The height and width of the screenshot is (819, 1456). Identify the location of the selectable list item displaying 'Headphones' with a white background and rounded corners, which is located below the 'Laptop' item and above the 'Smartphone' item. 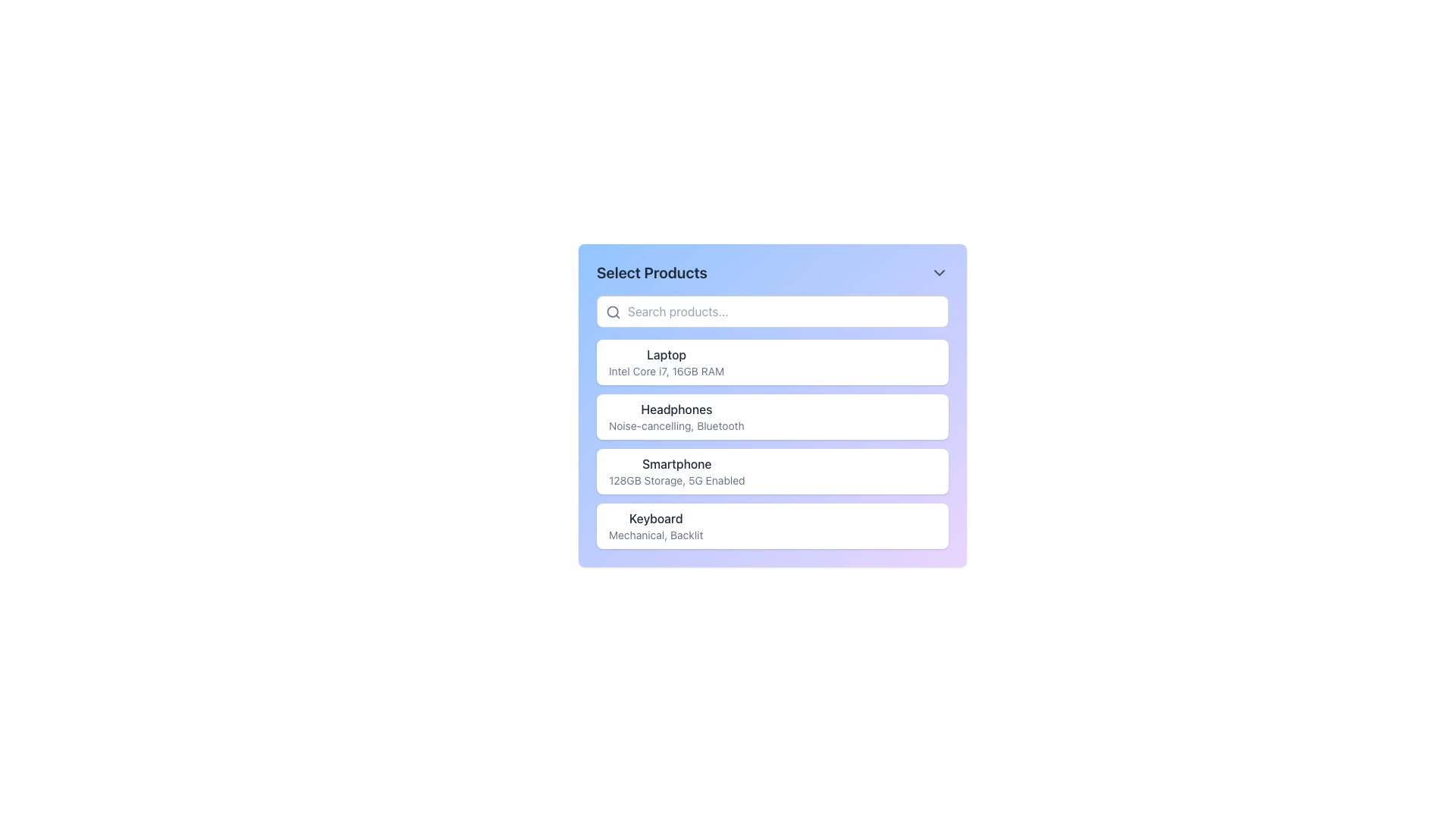
(772, 417).